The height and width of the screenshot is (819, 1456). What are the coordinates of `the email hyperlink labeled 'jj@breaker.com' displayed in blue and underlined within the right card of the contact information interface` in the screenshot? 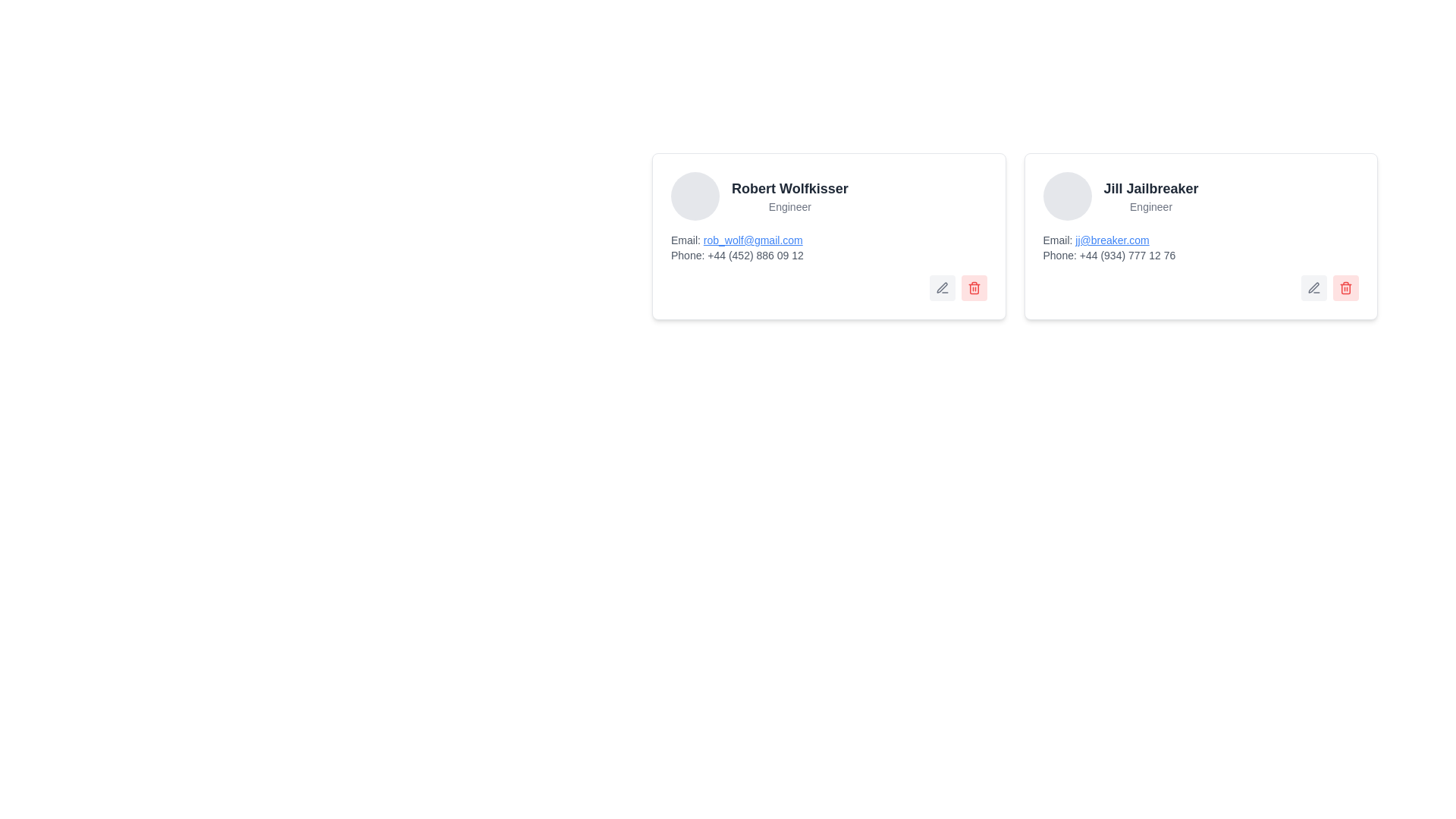 It's located at (1200, 239).